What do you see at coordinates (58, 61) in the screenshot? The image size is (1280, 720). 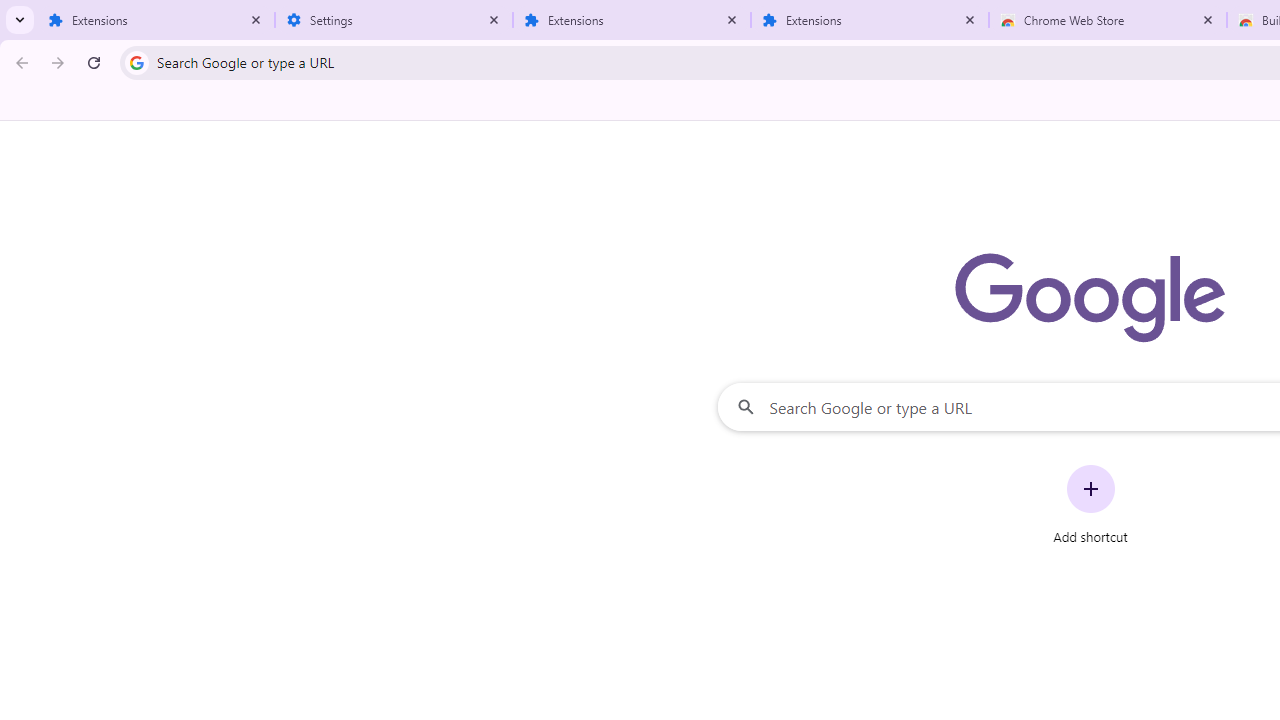 I see `'Forward'` at bounding box center [58, 61].